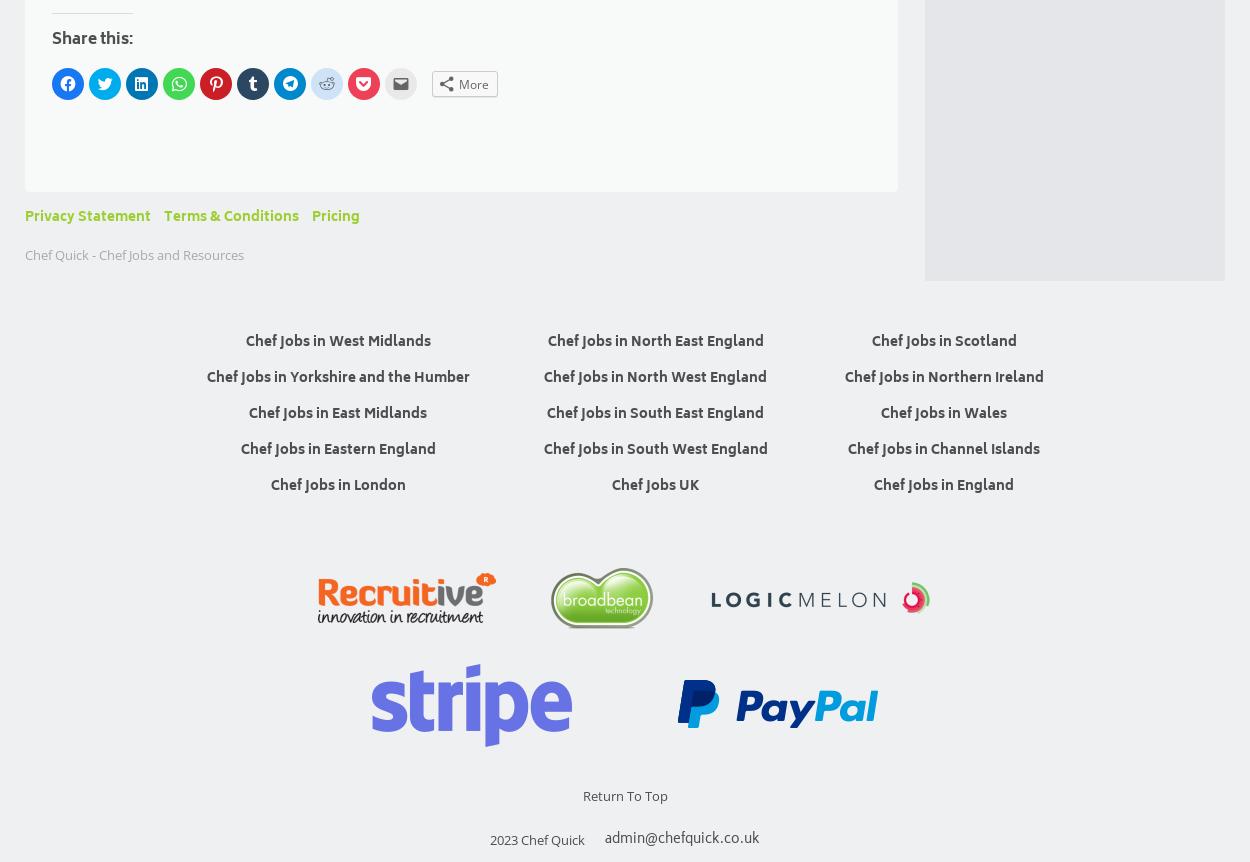 The width and height of the screenshot is (1250, 862). What do you see at coordinates (655, 377) in the screenshot?
I see `'Chef Jobs in North West England'` at bounding box center [655, 377].